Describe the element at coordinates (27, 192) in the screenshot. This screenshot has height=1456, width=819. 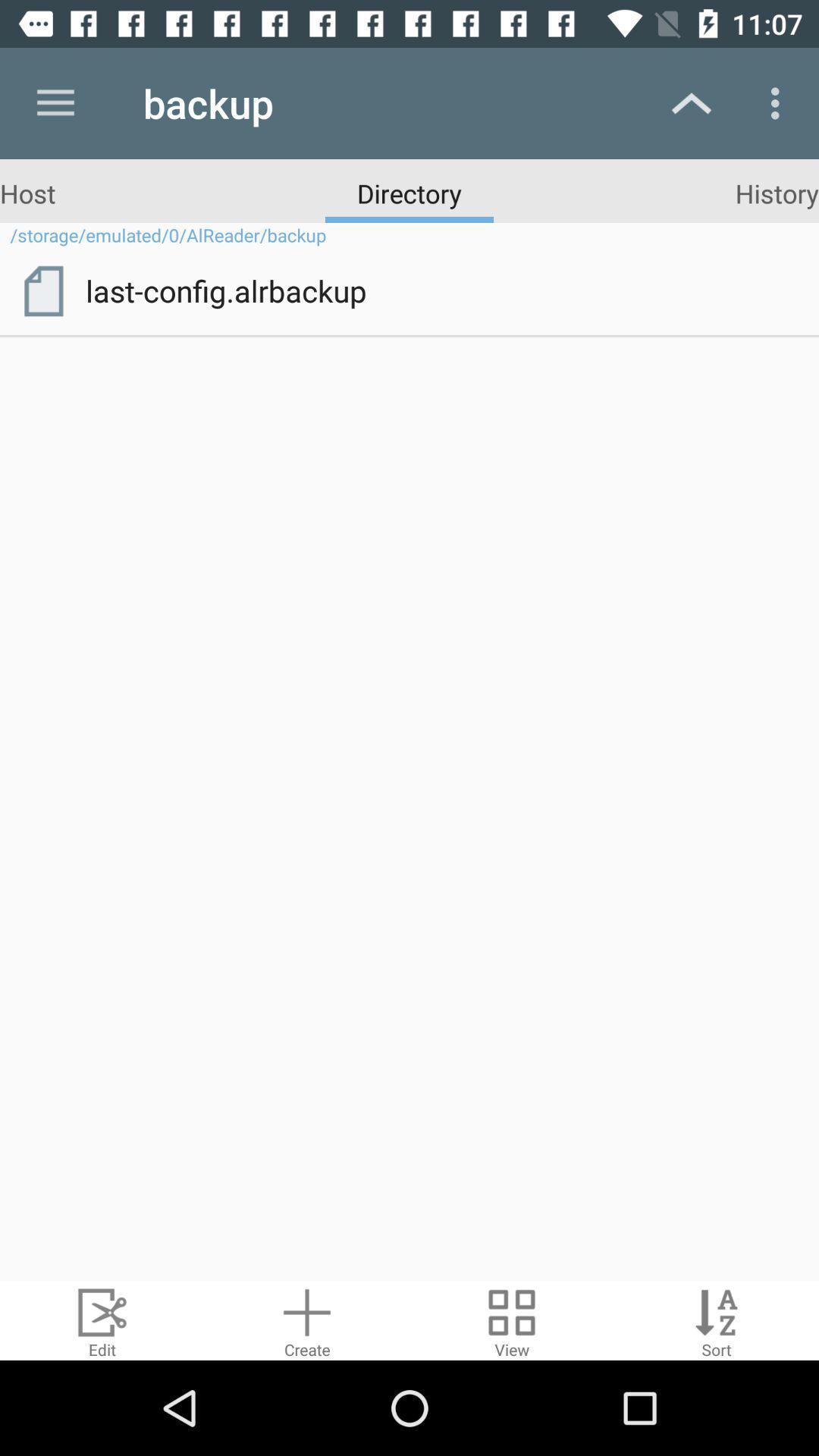
I see `the item to the left of the directory` at that location.